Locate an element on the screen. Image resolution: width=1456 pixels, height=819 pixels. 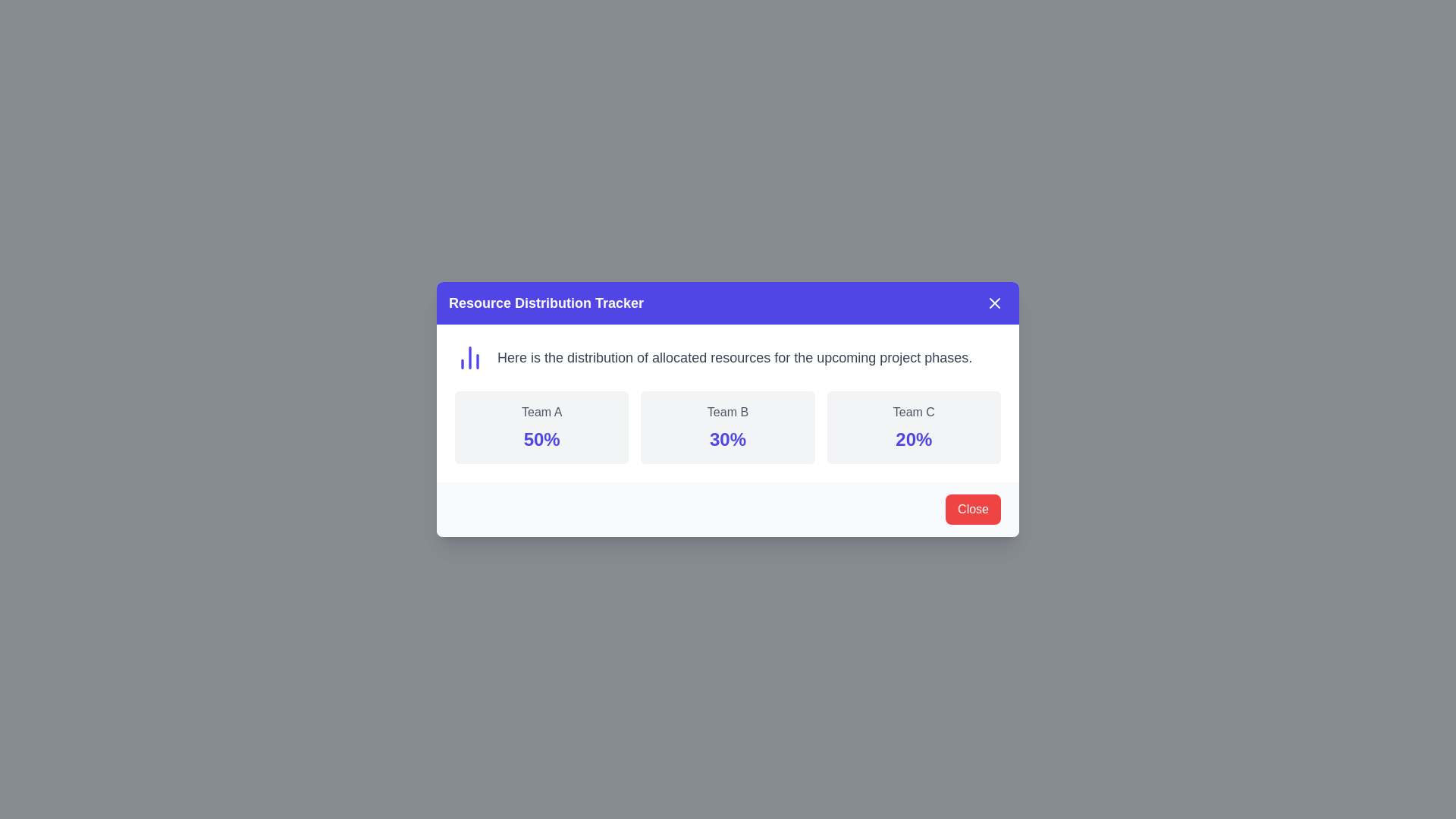
the indigo chart icon with three vertical bars, which is the first item in a horizontal group alongside descriptive text is located at coordinates (469, 357).